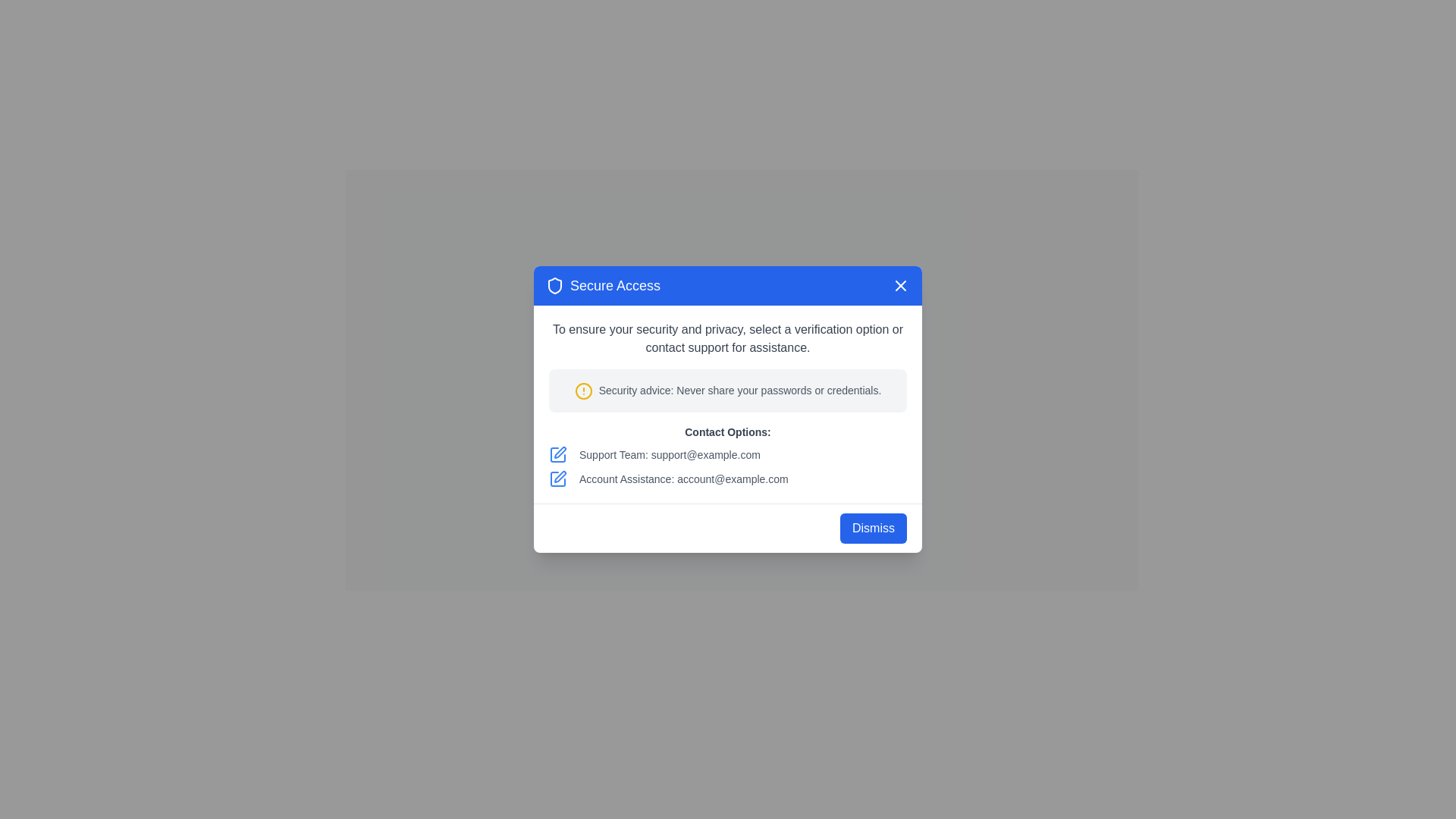  What do you see at coordinates (901, 286) in the screenshot?
I see `the close button located in the top-right corner of the 'Secure Access' blue header` at bounding box center [901, 286].